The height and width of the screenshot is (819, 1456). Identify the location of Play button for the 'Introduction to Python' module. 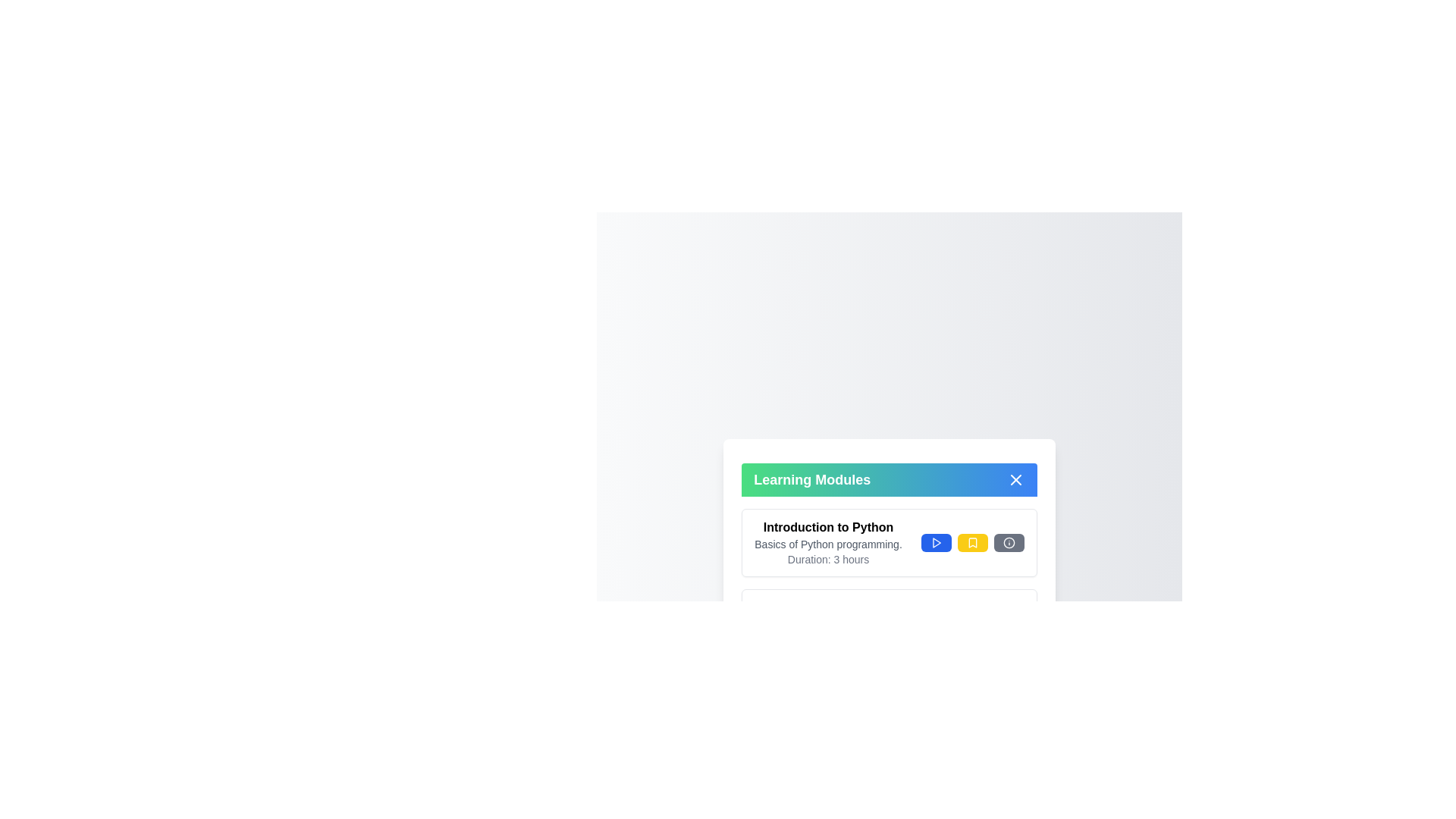
(935, 542).